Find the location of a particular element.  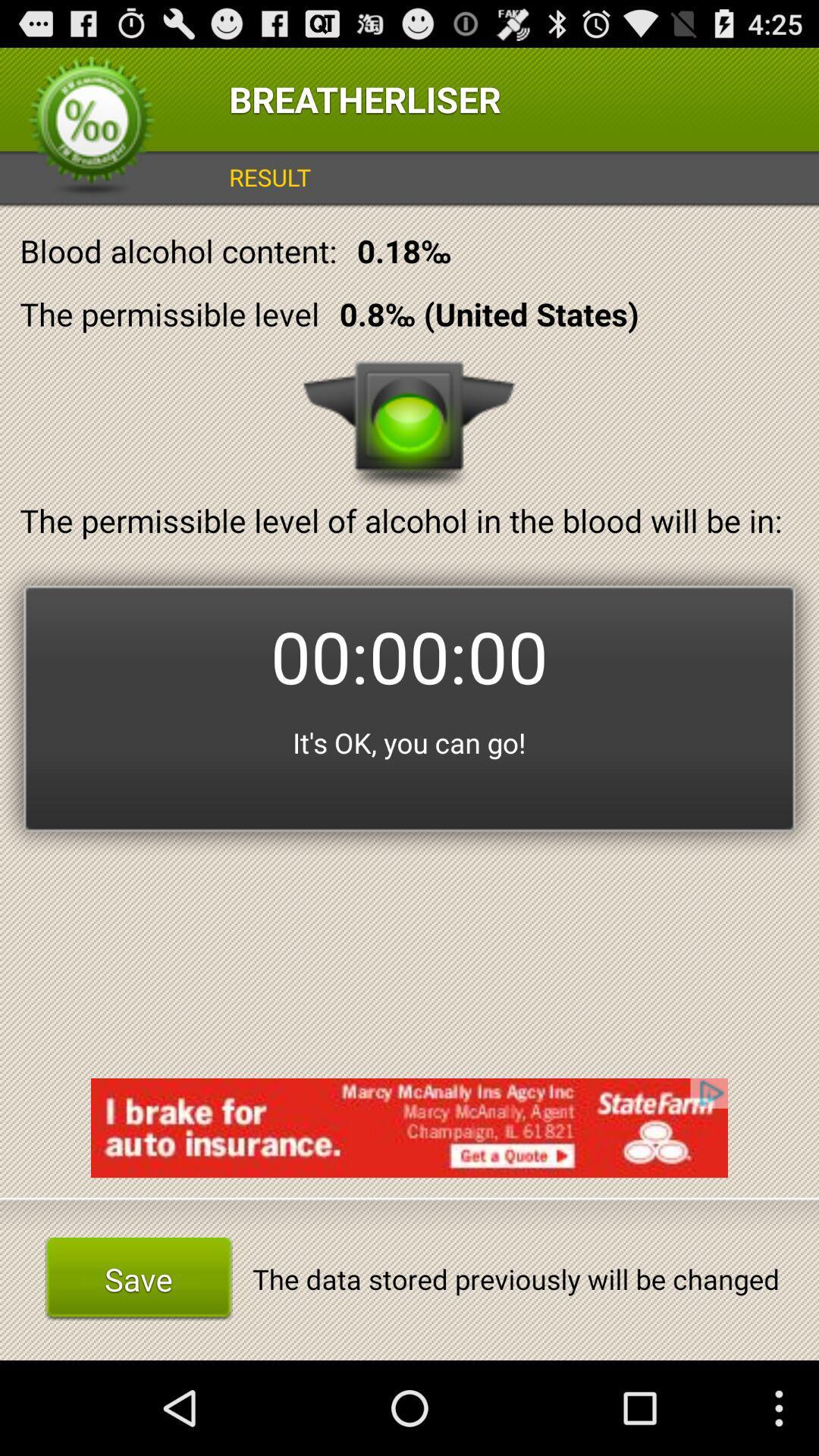

item at the bottom left corner is located at coordinates (138, 1278).